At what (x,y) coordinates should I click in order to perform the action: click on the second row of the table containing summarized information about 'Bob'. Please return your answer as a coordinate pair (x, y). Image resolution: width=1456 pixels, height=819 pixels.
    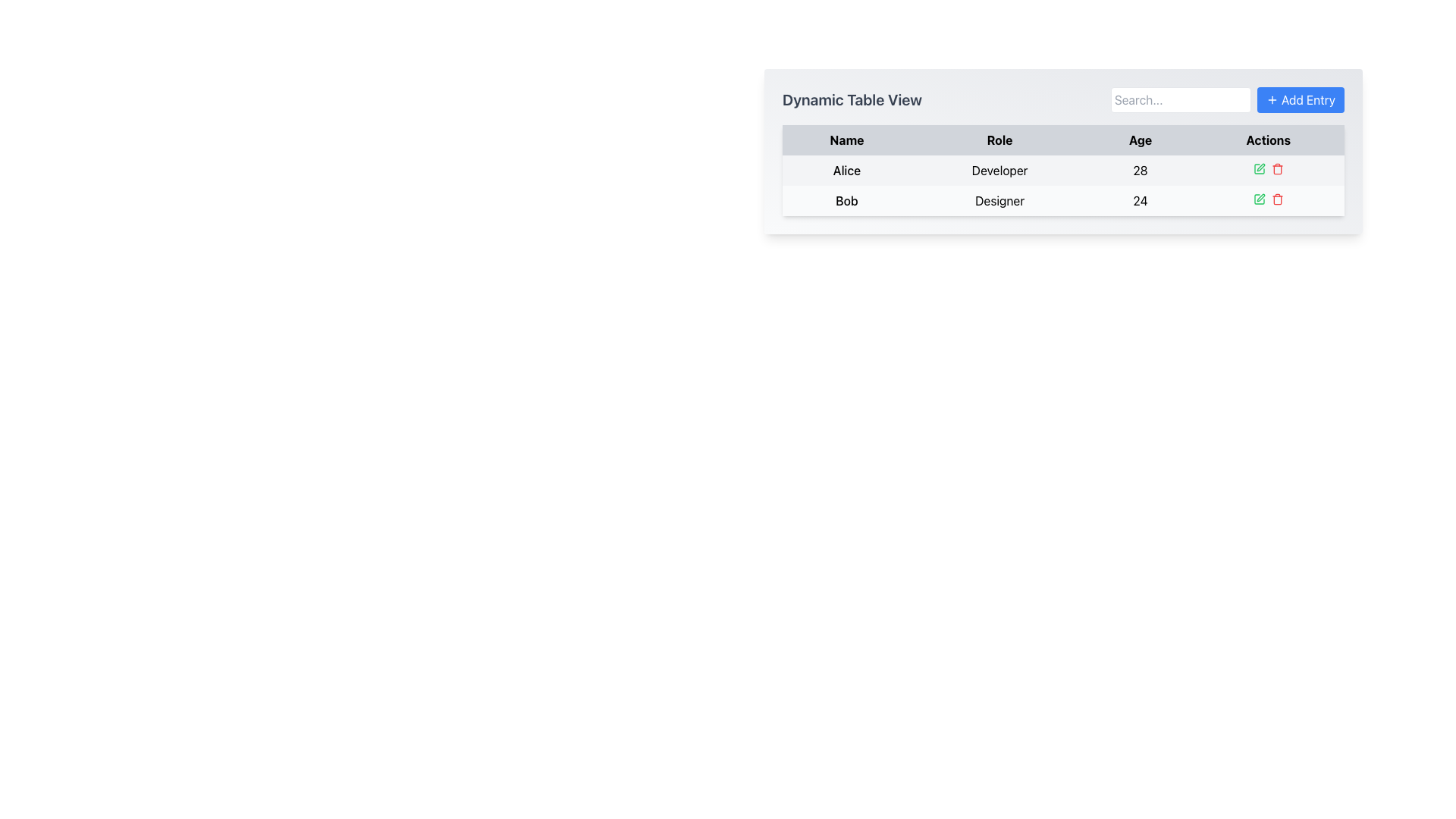
    Looking at the image, I should click on (1062, 200).